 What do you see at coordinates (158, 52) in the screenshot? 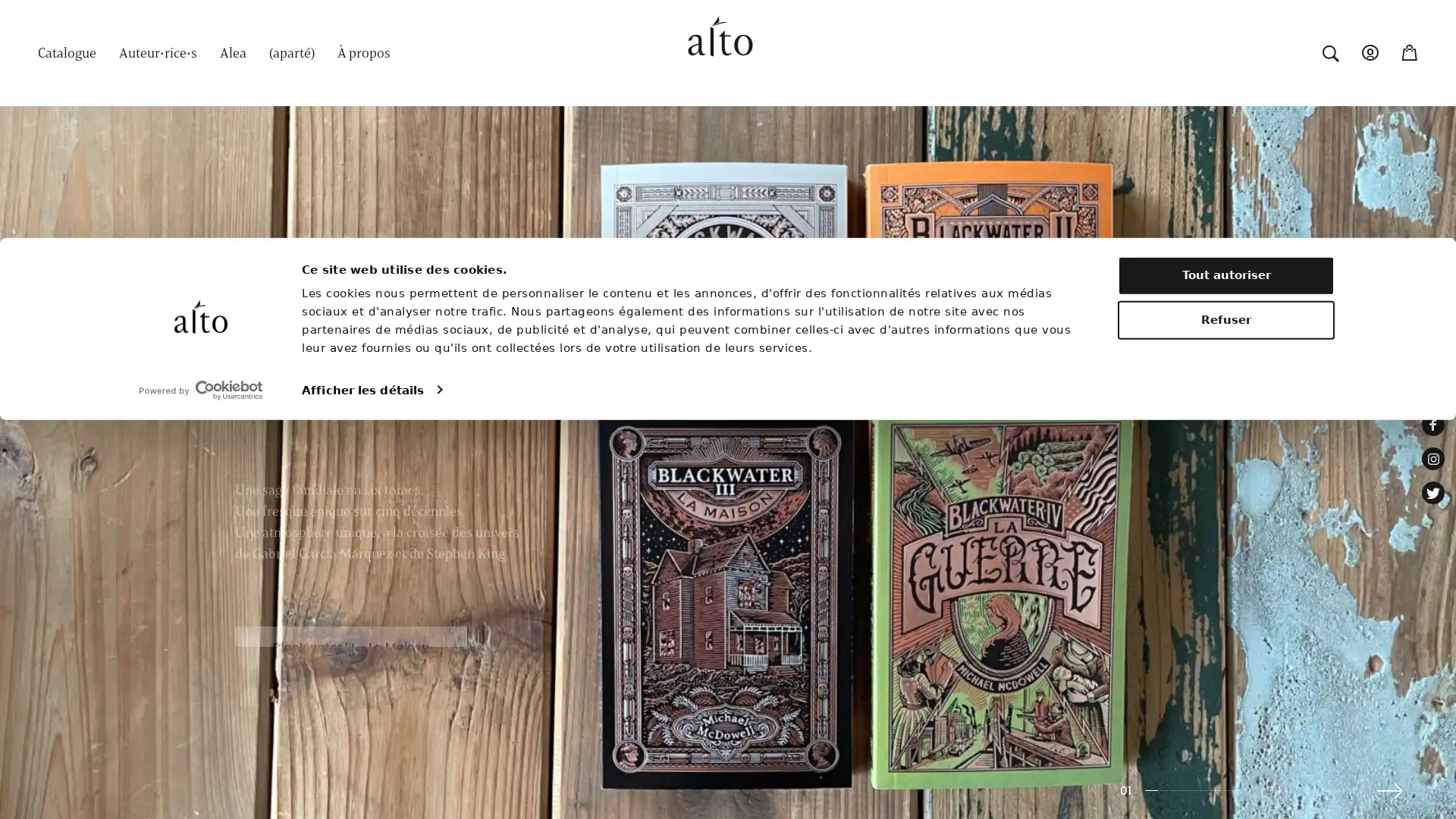
I see `Auteurrices` at bounding box center [158, 52].